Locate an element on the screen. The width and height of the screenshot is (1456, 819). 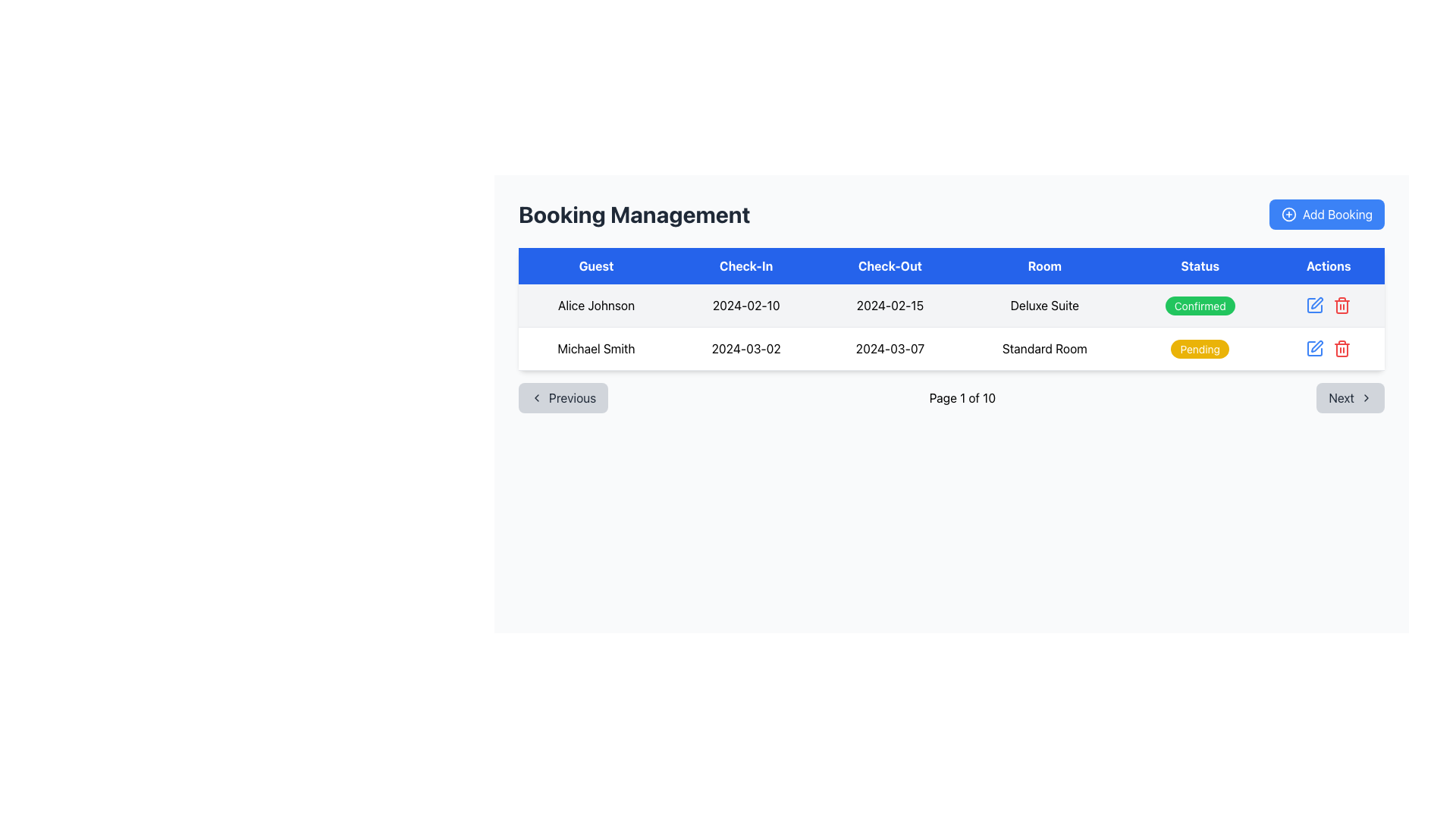
the 'Status' text label, which is styled as a header in white bold text and located on the right side of the header row in a table is located at coordinates (1199, 265).